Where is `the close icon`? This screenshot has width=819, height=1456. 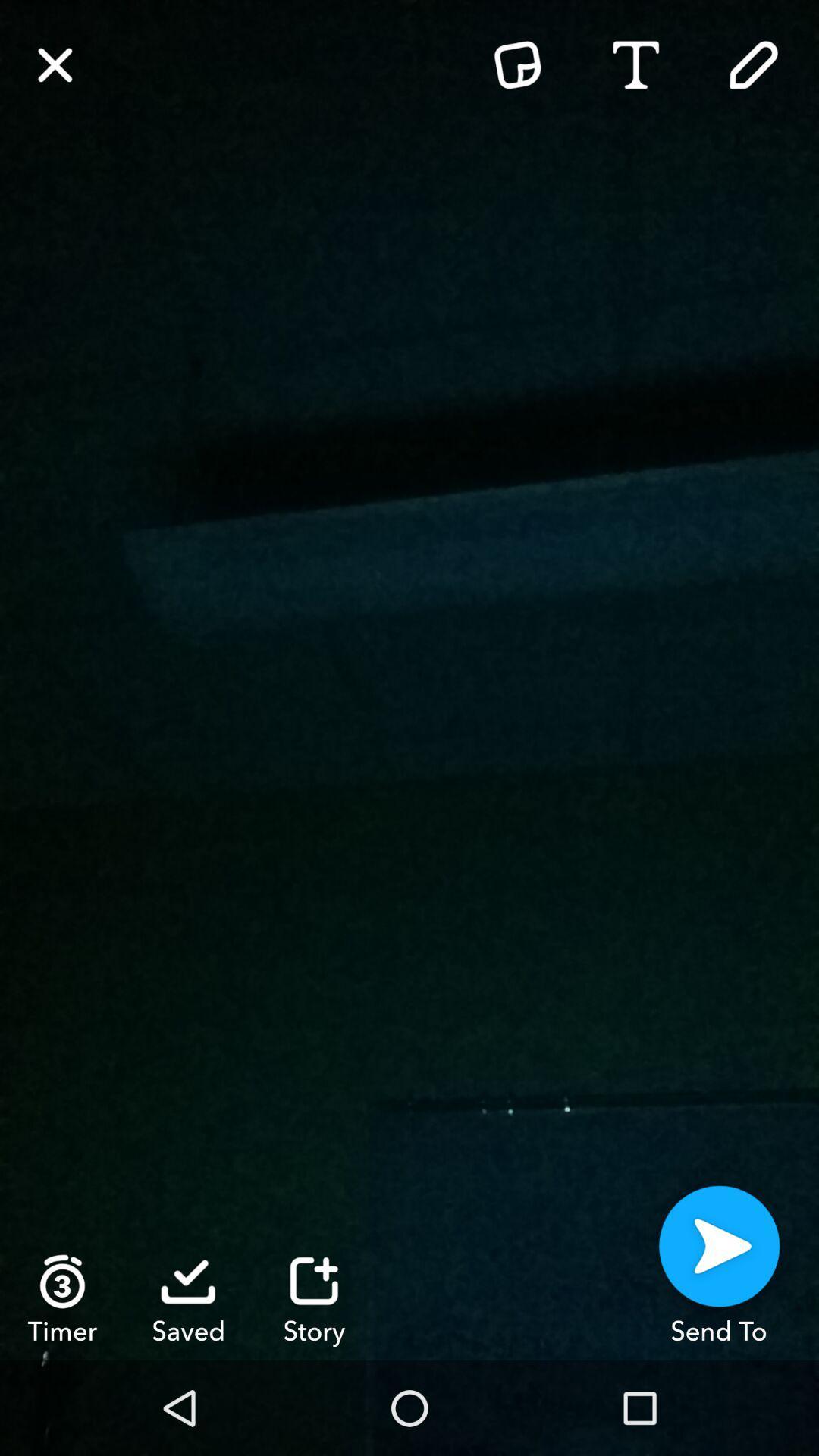
the close icon is located at coordinates (64, 64).